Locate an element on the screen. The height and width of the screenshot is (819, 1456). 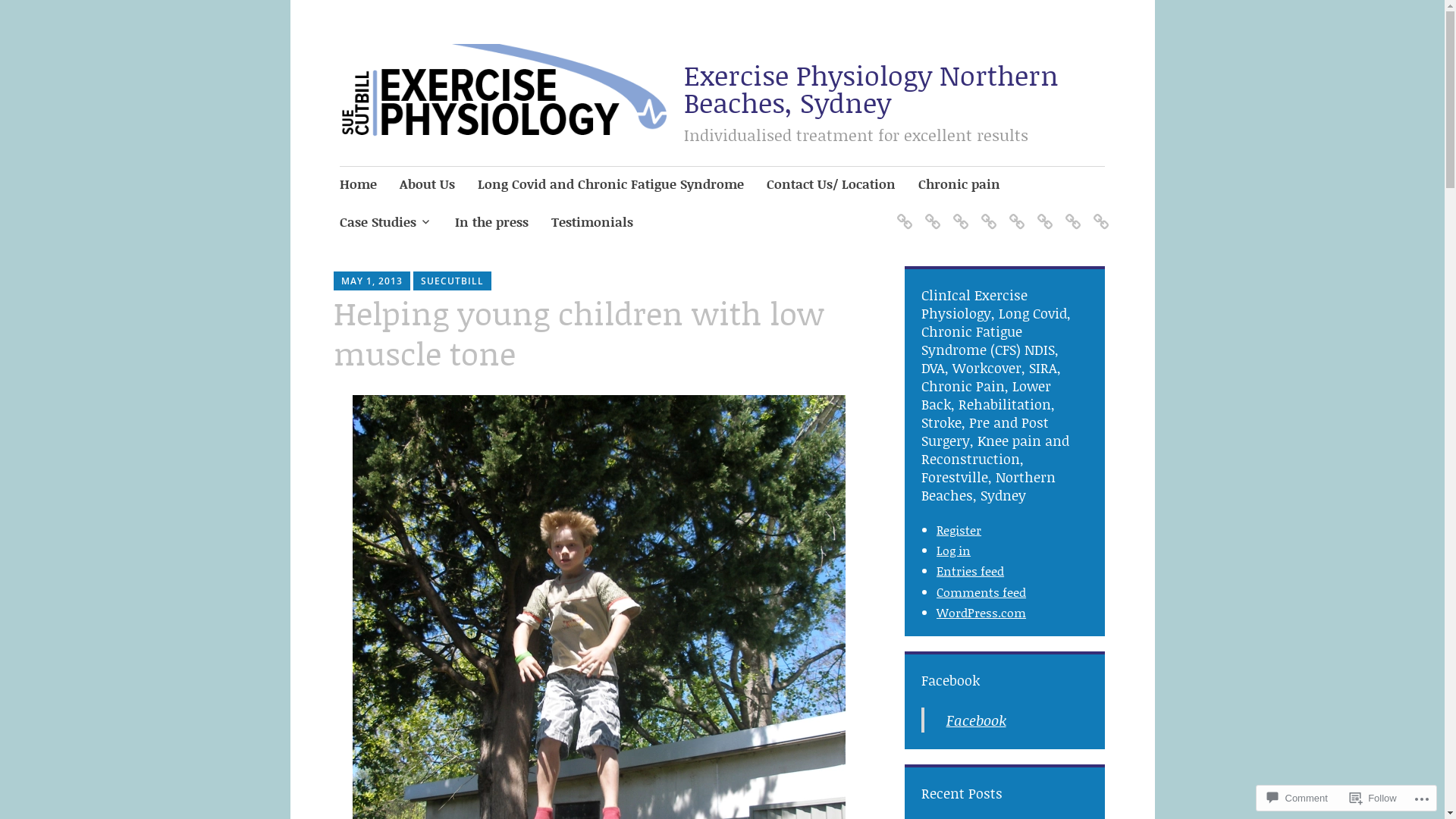
'Register' is located at coordinates (958, 529).